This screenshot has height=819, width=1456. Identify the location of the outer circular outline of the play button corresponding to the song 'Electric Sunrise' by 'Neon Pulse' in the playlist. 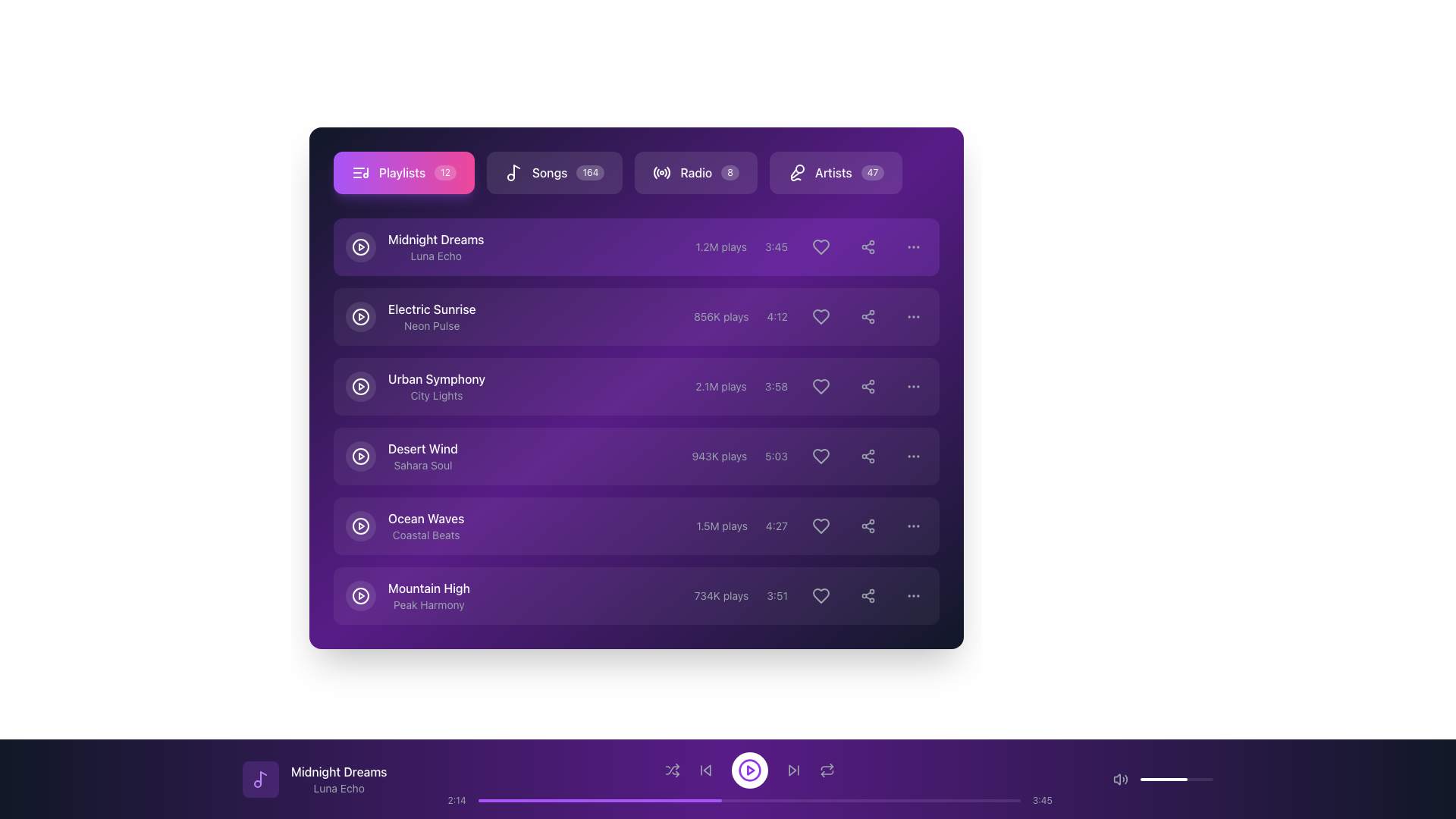
(359, 315).